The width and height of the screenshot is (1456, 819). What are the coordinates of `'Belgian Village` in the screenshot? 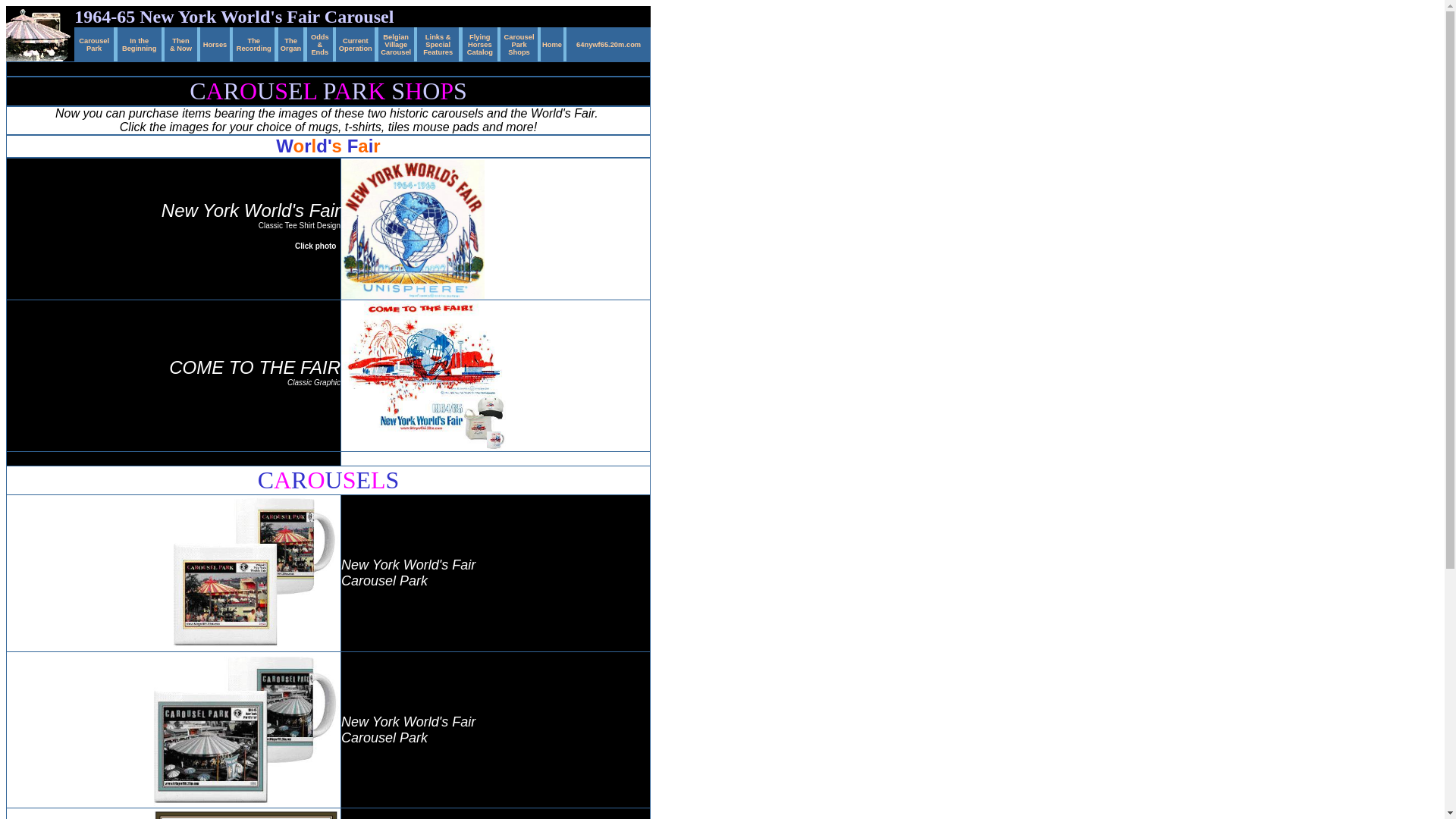 It's located at (396, 42).